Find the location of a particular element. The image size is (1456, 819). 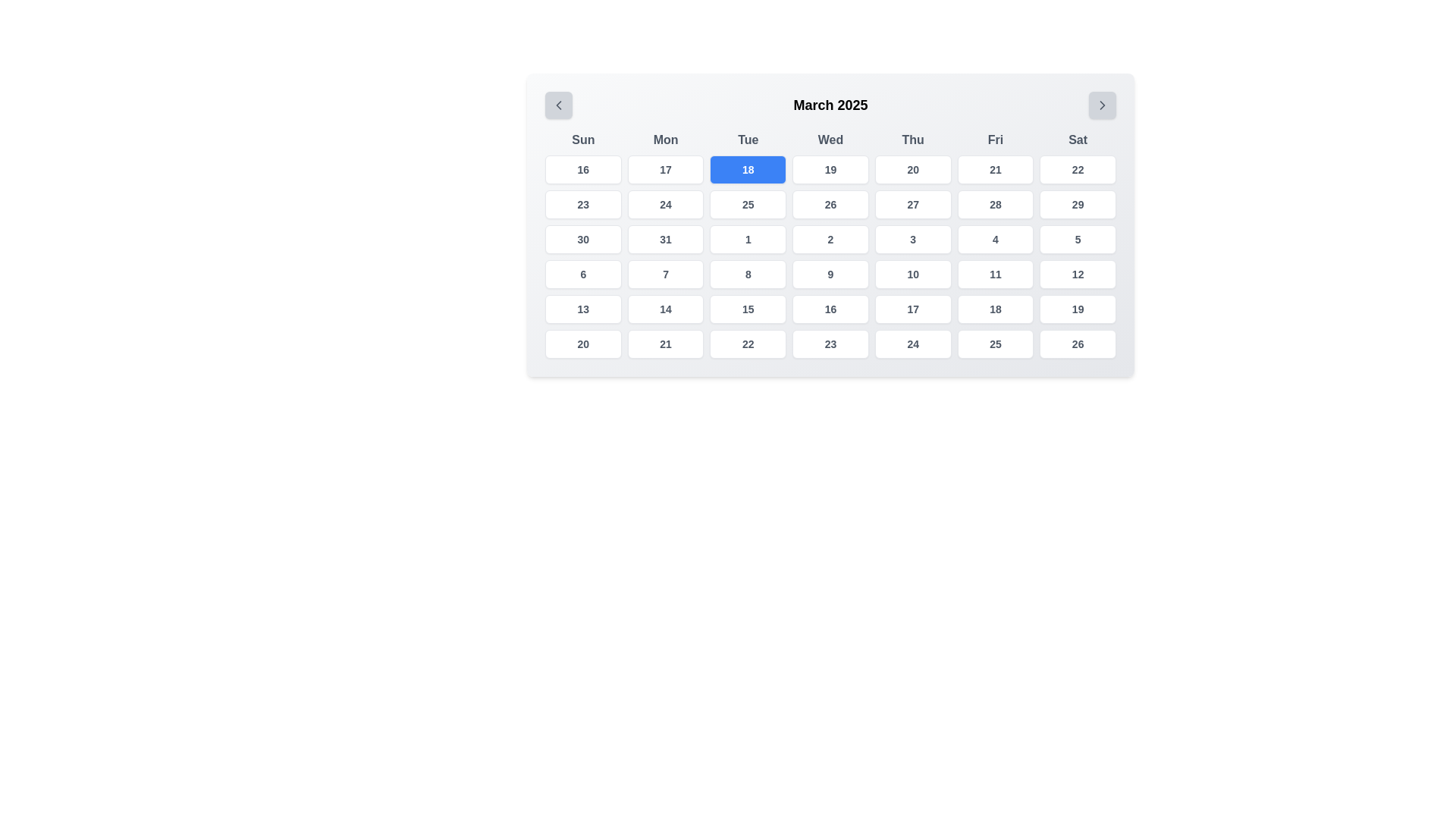

the calendar button representing the date '2' in the fifth row and fourth column is located at coordinates (830, 239).